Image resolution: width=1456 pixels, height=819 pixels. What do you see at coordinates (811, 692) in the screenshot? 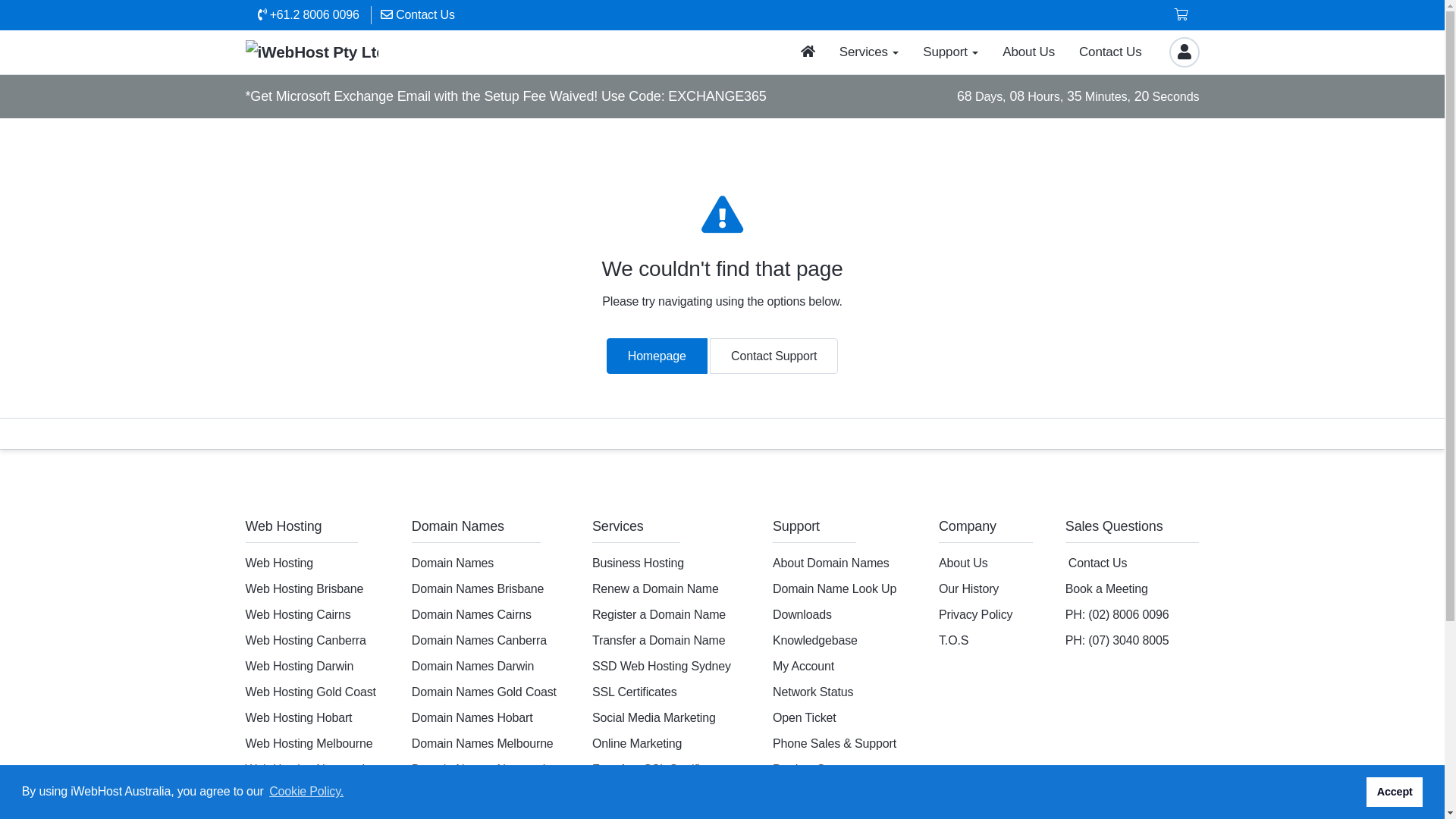
I see `'Network Status'` at bounding box center [811, 692].